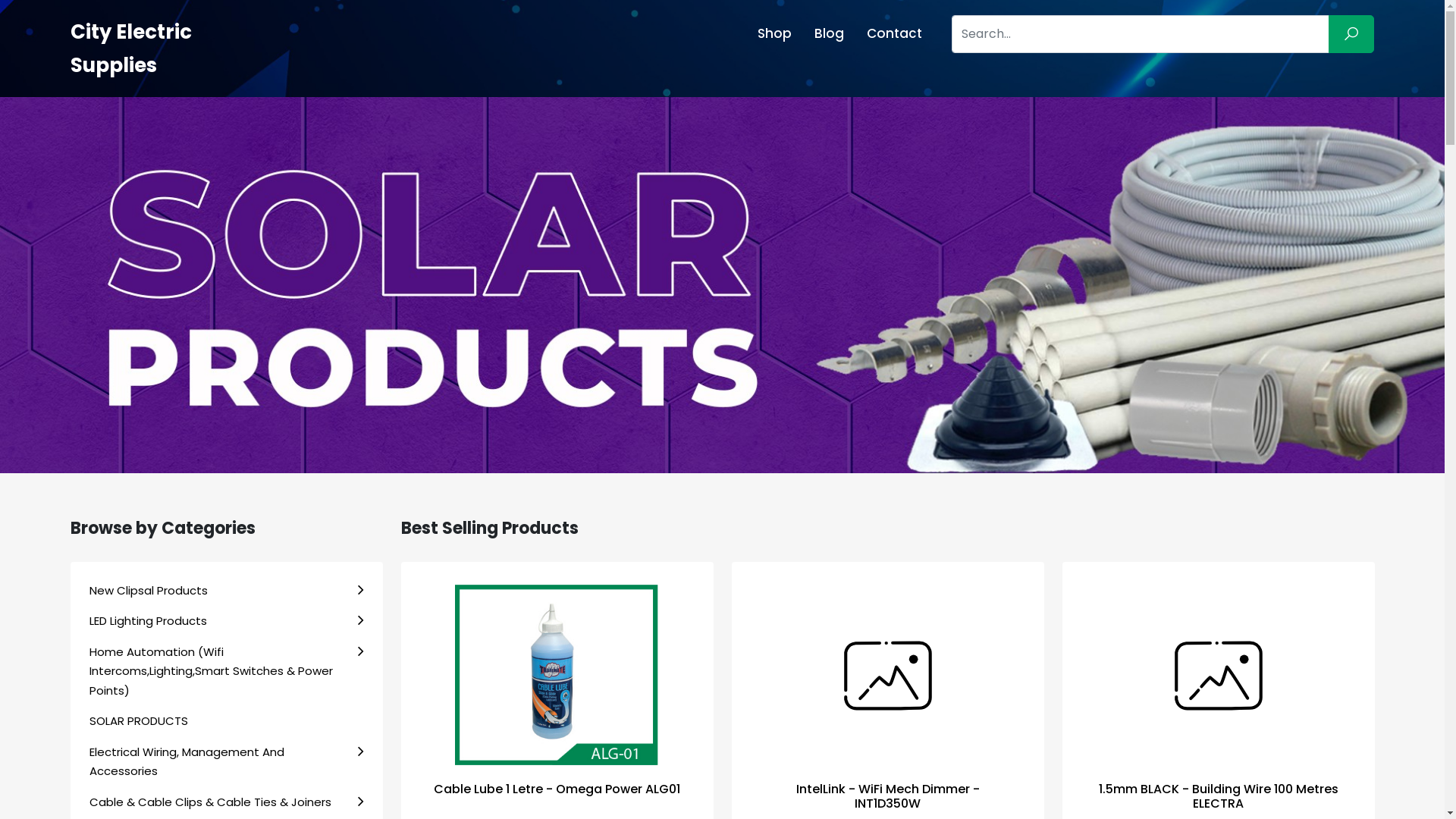  I want to click on 'City Electric Supplies', so click(68, 48).